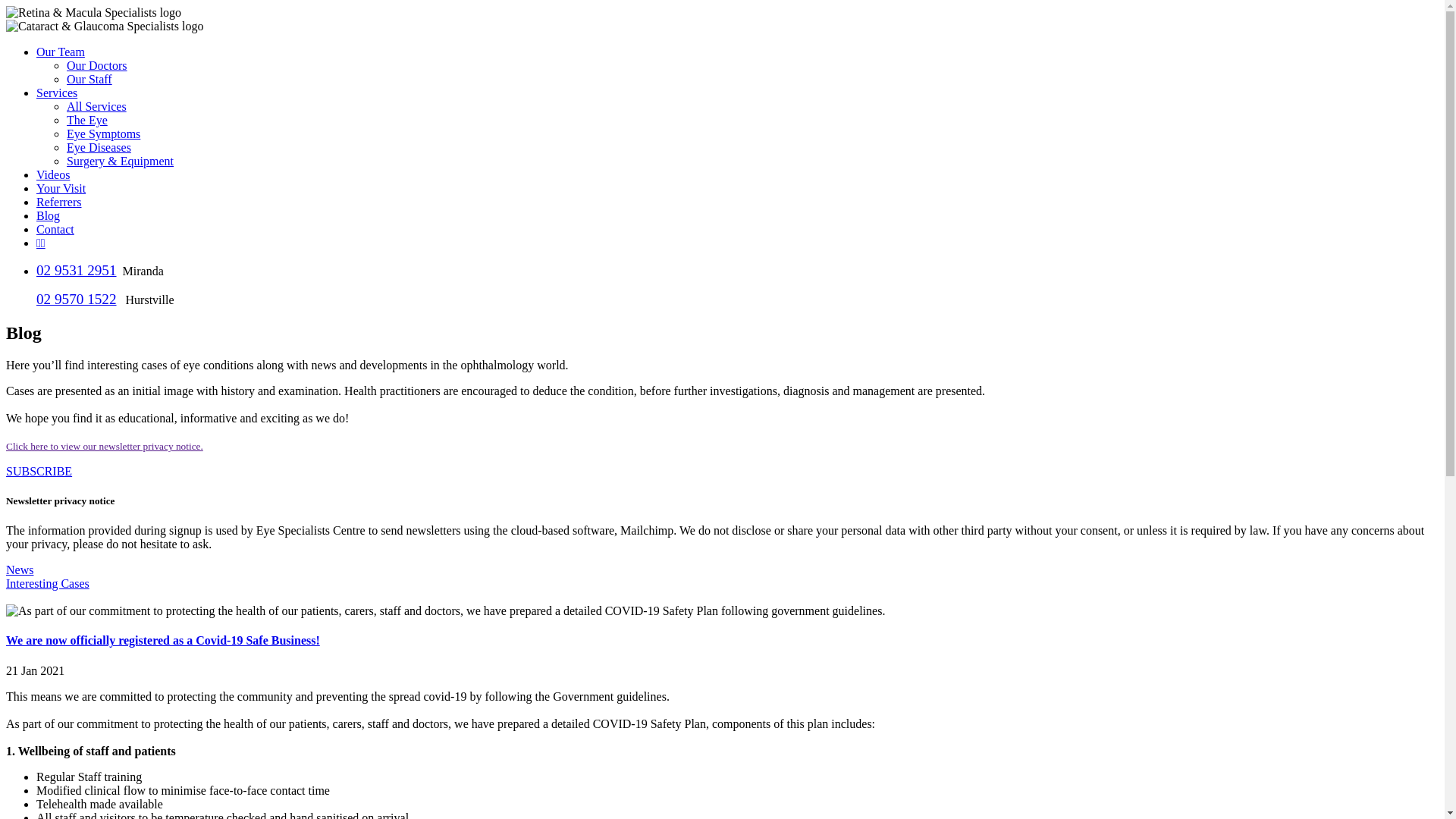 The width and height of the screenshot is (1456, 819). What do you see at coordinates (96, 105) in the screenshot?
I see `'All Services'` at bounding box center [96, 105].